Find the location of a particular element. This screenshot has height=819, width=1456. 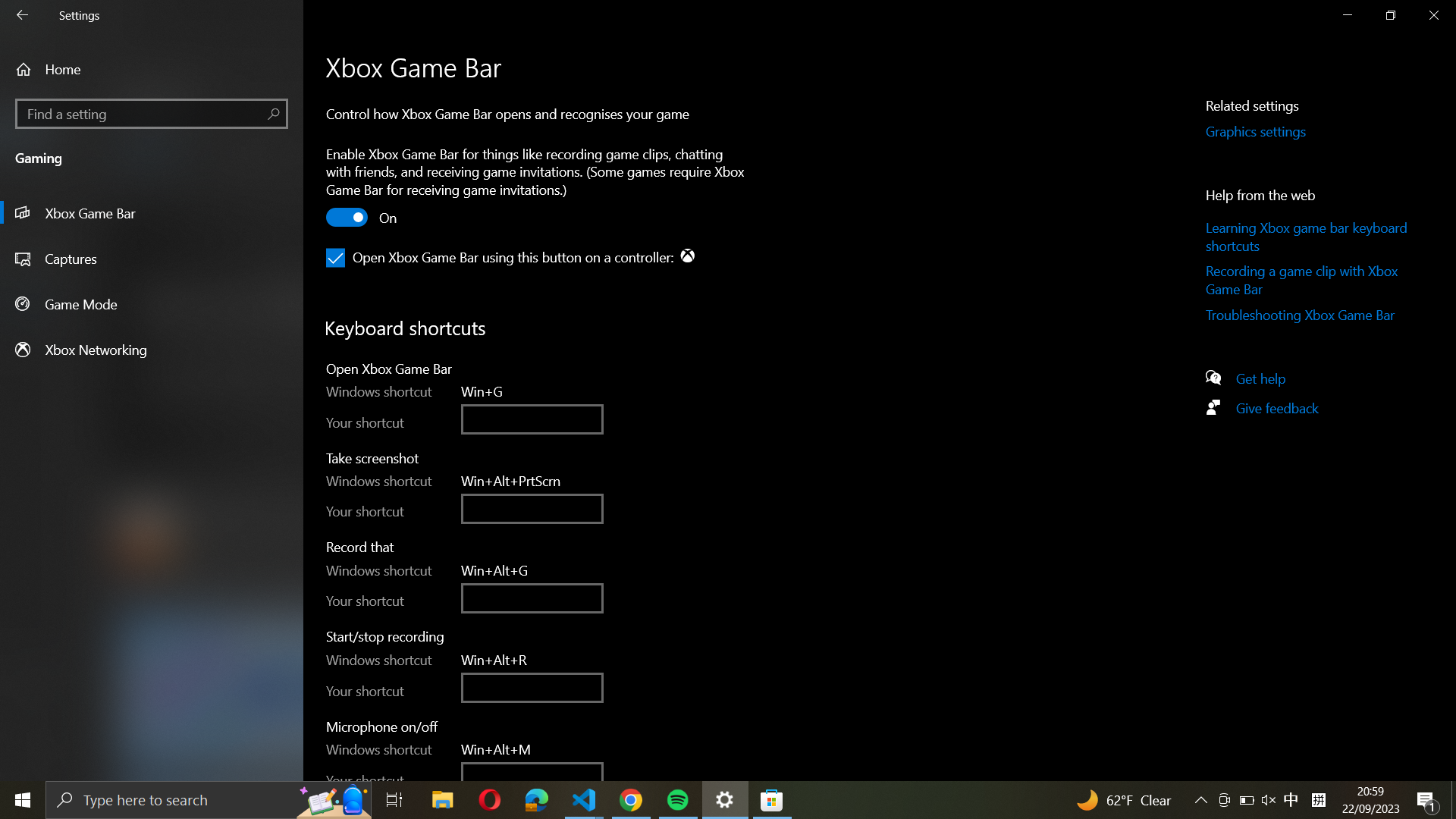

Type out the key combination "Win+R" in the specified "Record that" box is located at coordinates (532, 597).